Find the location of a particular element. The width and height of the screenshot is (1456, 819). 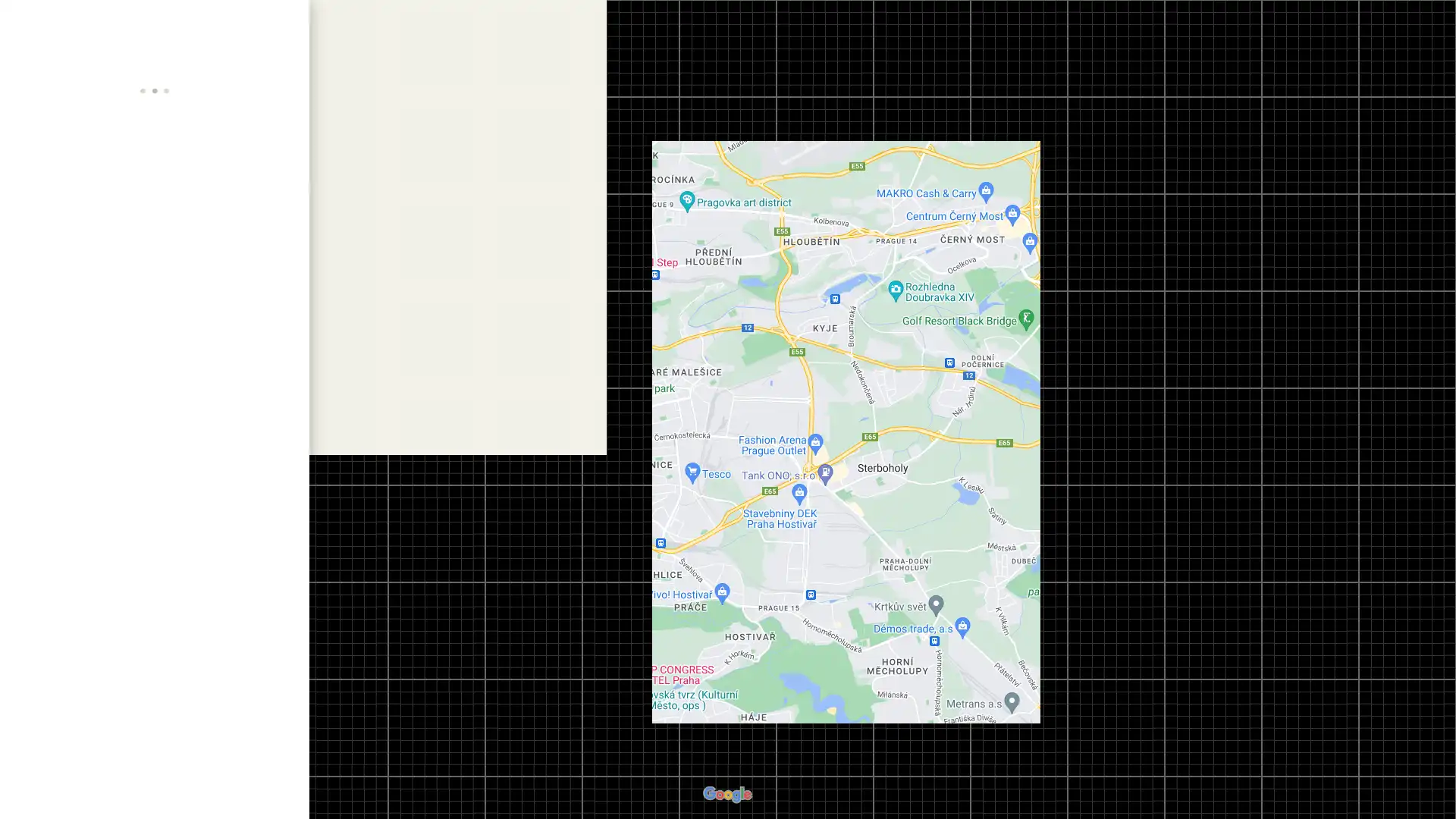

Street View & 360 is located at coordinates (152, 742).